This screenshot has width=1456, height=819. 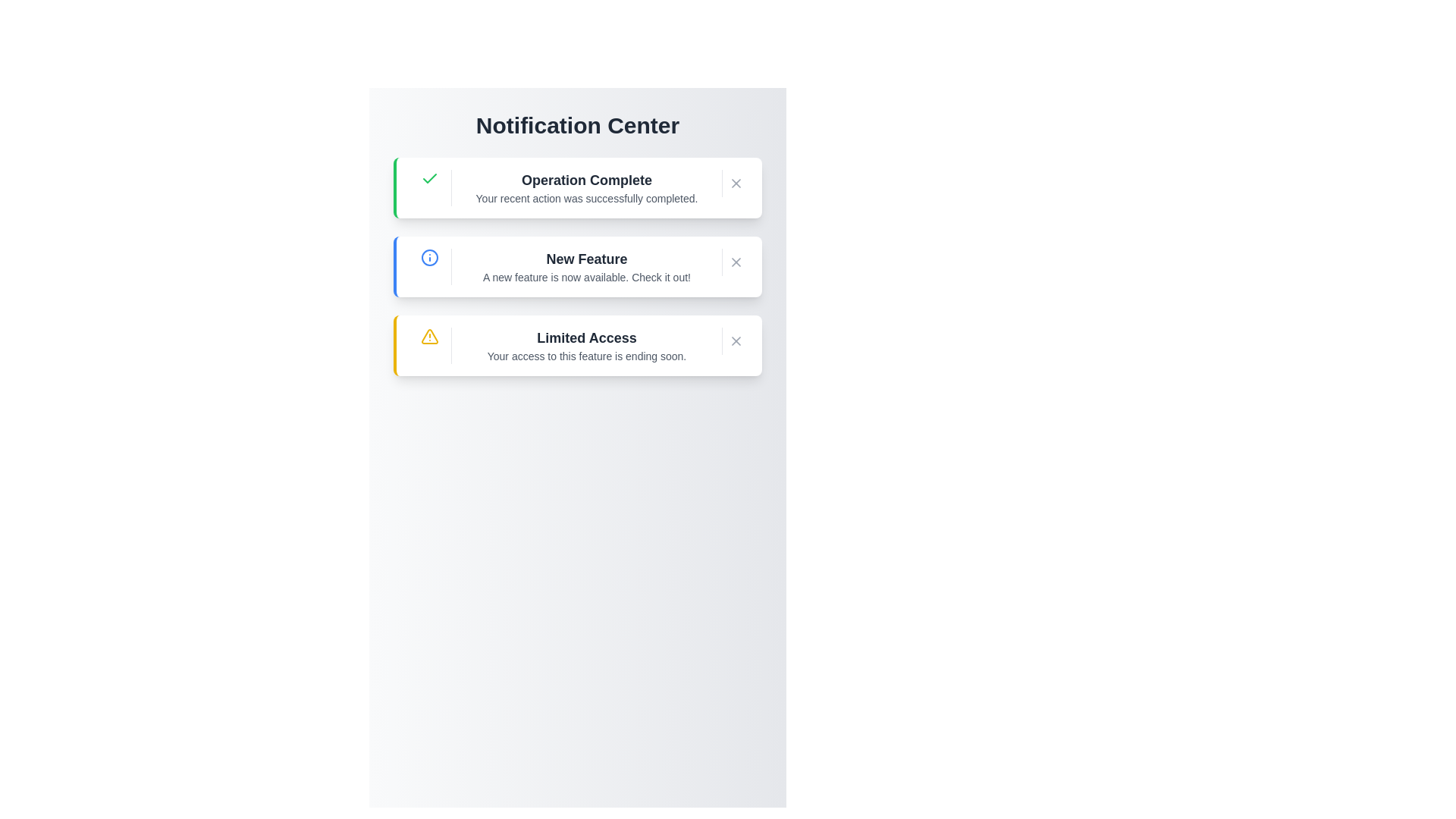 I want to click on the green checkmark icon within the 'Operation Complete' notification card in the Notification Center, so click(x=428, y=177).